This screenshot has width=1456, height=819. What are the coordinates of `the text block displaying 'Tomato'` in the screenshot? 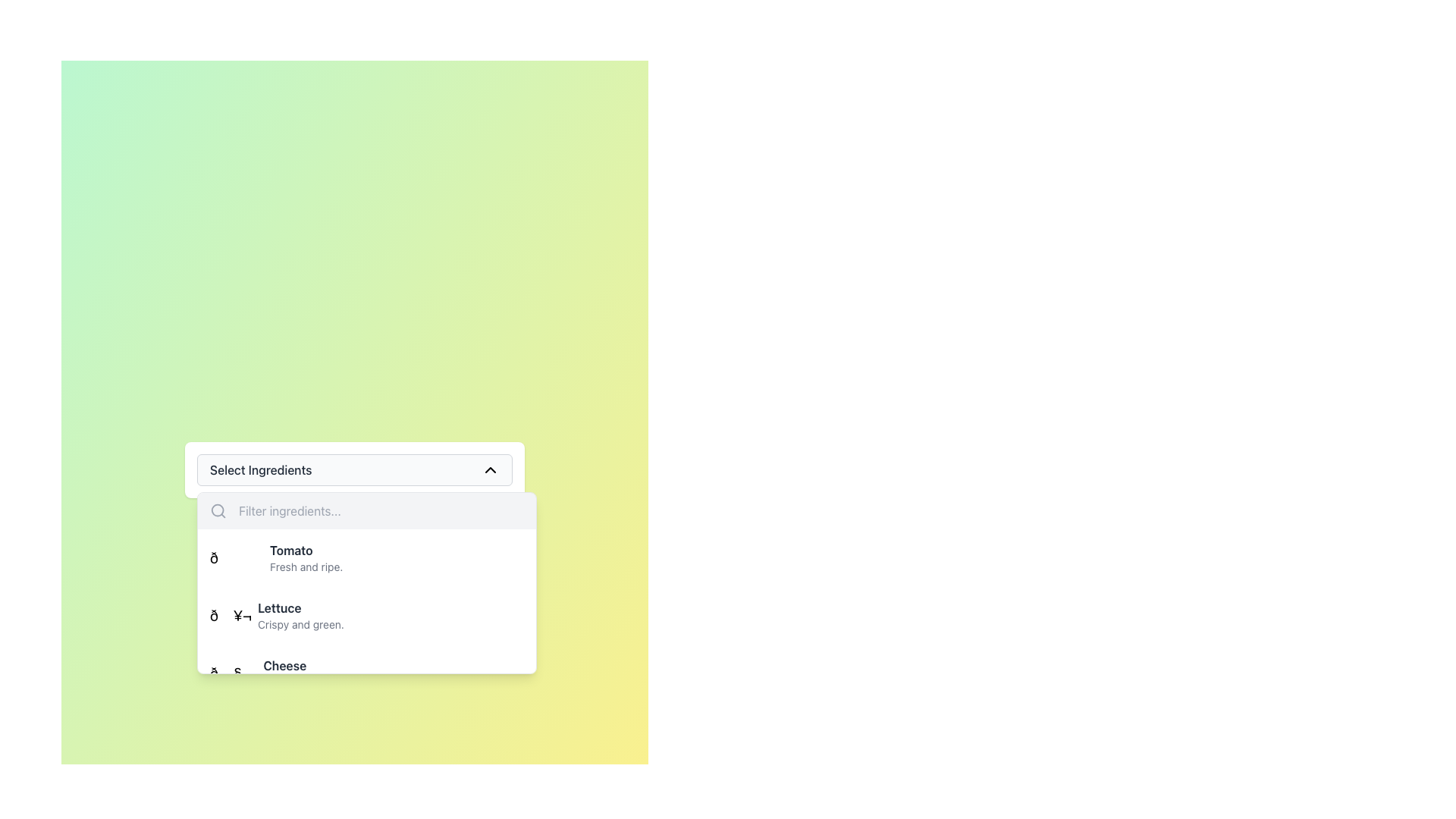 It's located at (306, 558).